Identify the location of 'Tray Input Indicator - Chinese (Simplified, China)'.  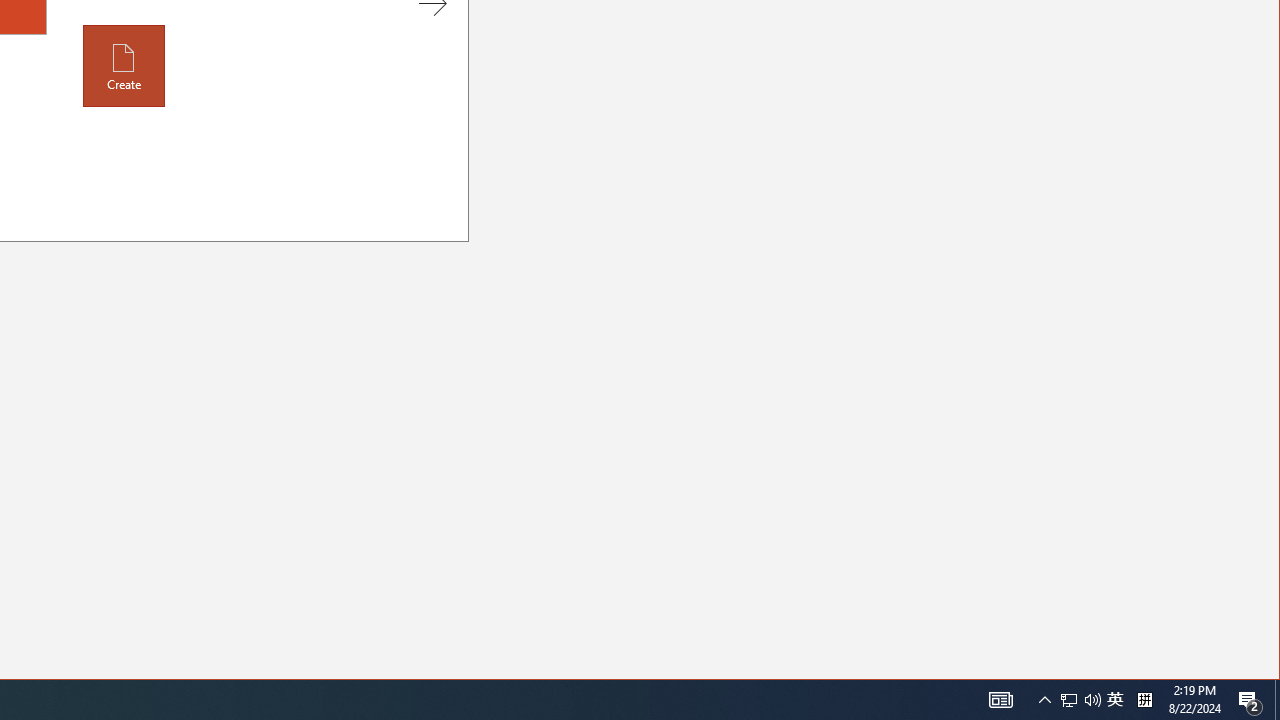
(1092, 698).